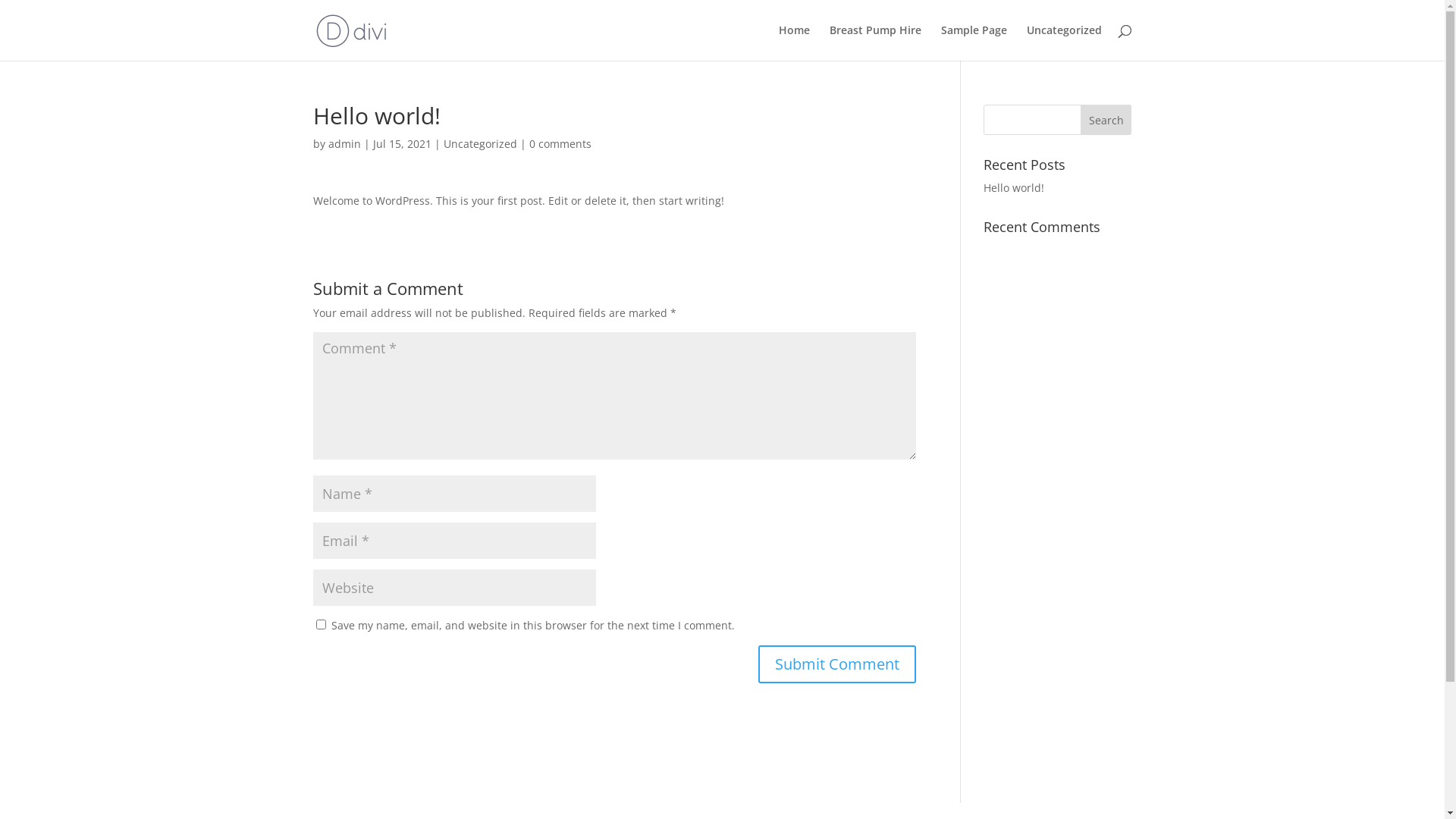 This screenshot has width=1456, height=819. Describe the element at coordinates (1063, 42) in the screenshot. I see `'Uncategorized'` at that location.